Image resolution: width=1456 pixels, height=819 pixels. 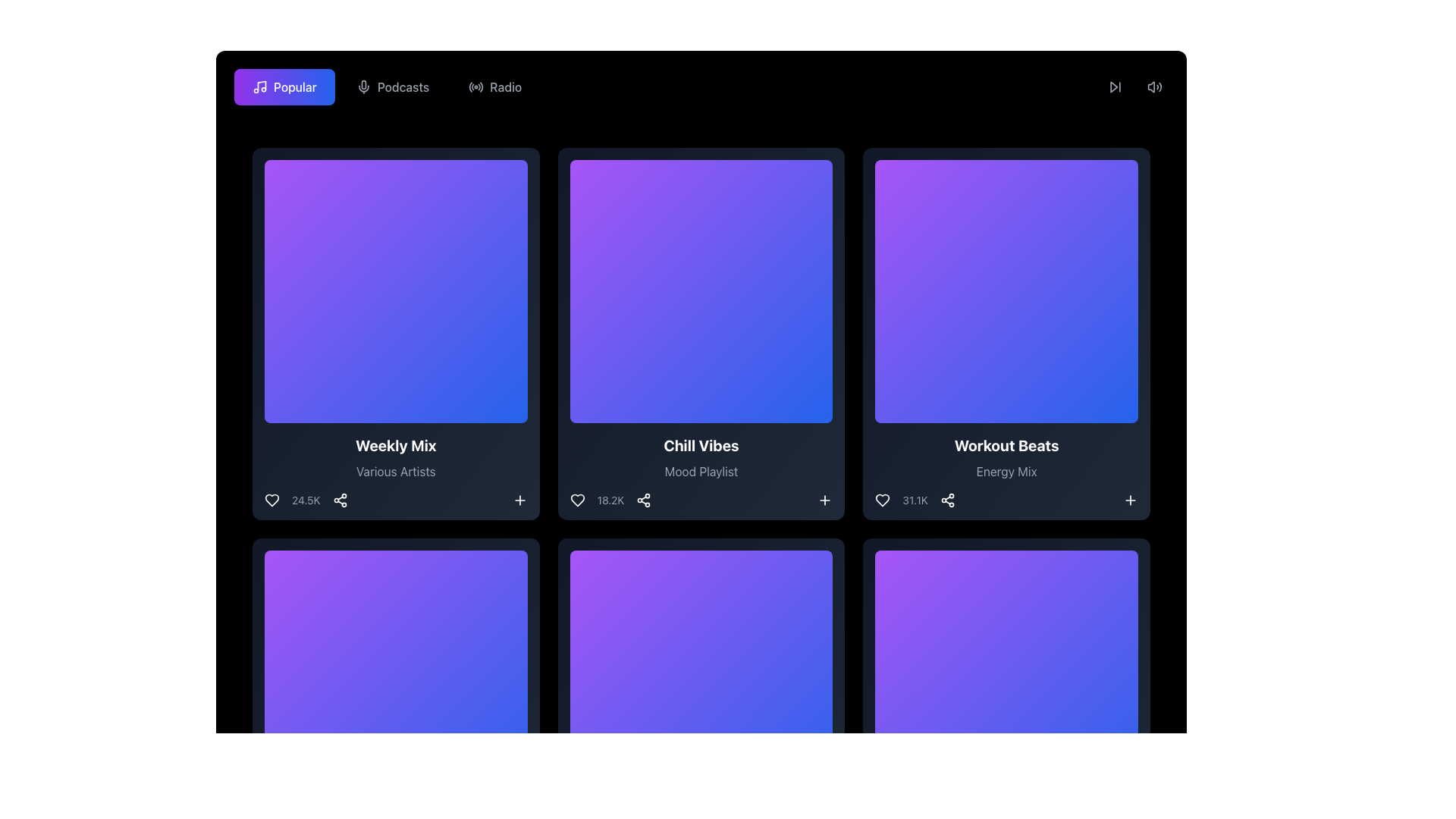 What do you see at coordinates (396, 444) in the screenshot?
I see `the Heading or Title Label positioned at the top-left of the card grid layout, which represents a playlist or collection` at bounding box center [396, 444].